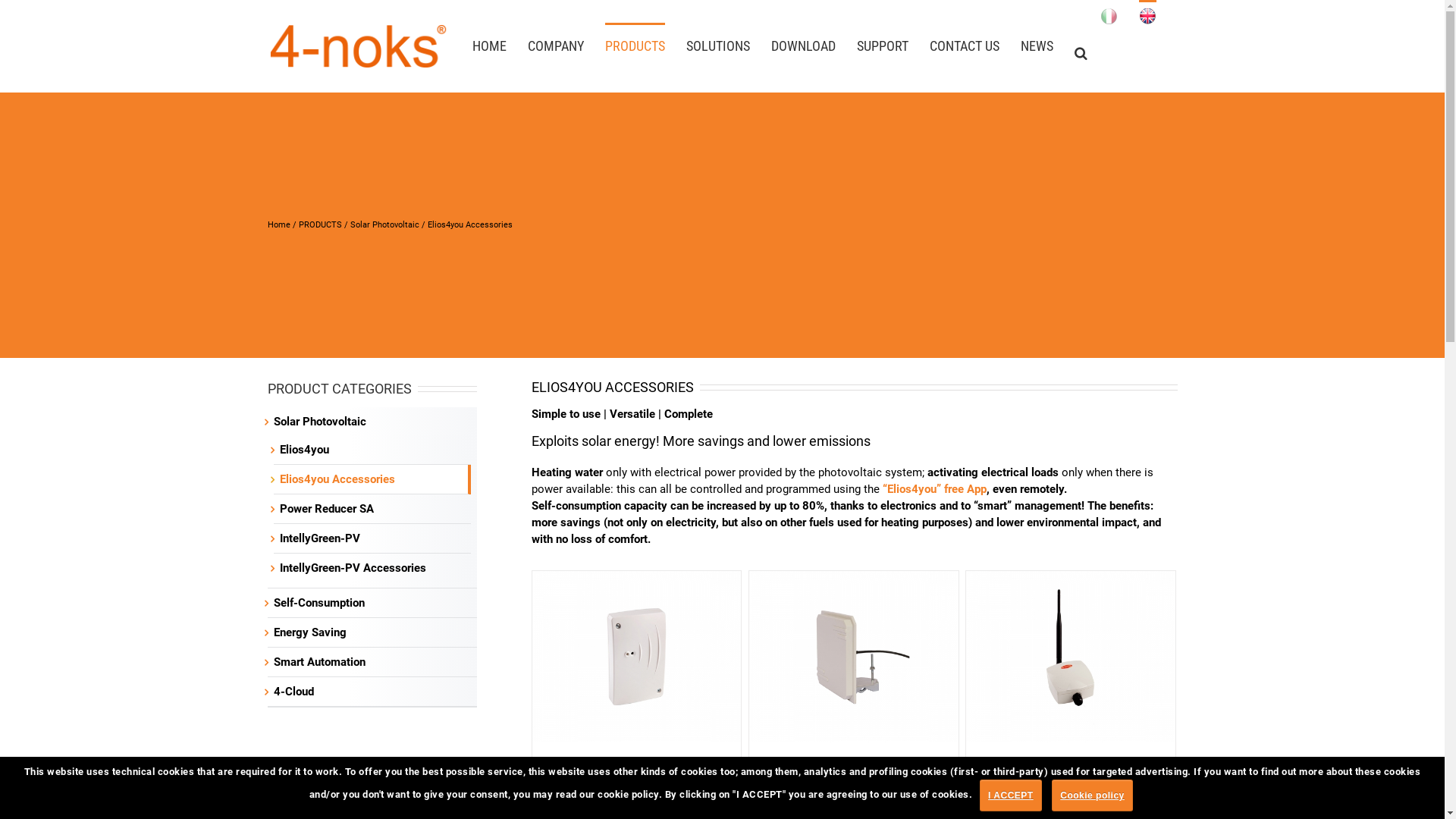 The image size is (1456, 819). I want to click on 'DOWNLOAD', so click(802, 43).